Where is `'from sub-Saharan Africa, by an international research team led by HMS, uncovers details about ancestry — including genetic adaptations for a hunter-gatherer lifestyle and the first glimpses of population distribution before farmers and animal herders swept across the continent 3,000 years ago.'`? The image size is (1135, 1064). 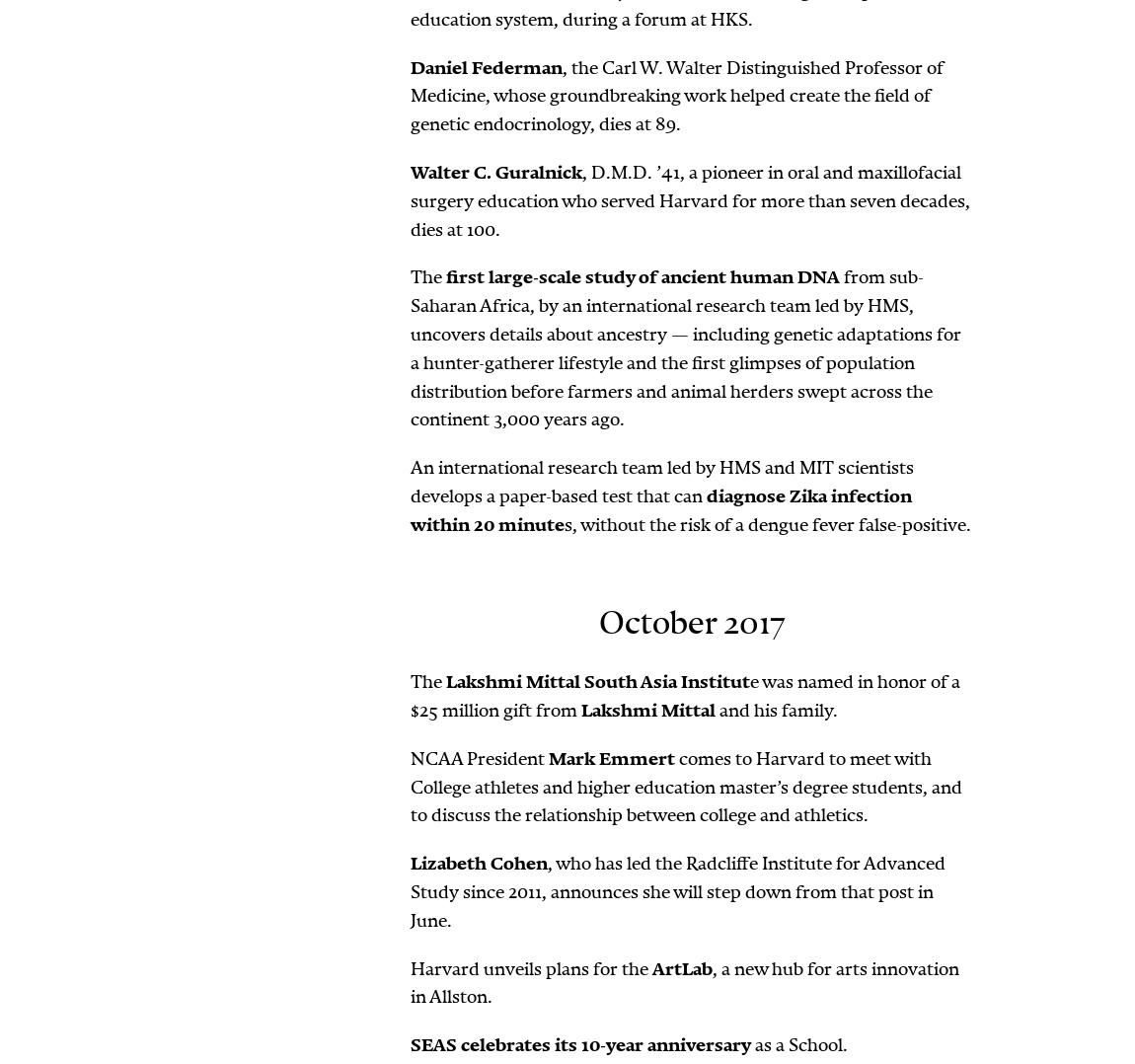
'from sub-Saharan Africa, by an international research team led by HMS, uncovers details about ancestry — including genetic adaptations for a hunter-gatherer lifestyle and the first glimpses of population distribution before farmers and animal herders swept across the continent 3,000 years ago.' is located at coordinates (684, 348).